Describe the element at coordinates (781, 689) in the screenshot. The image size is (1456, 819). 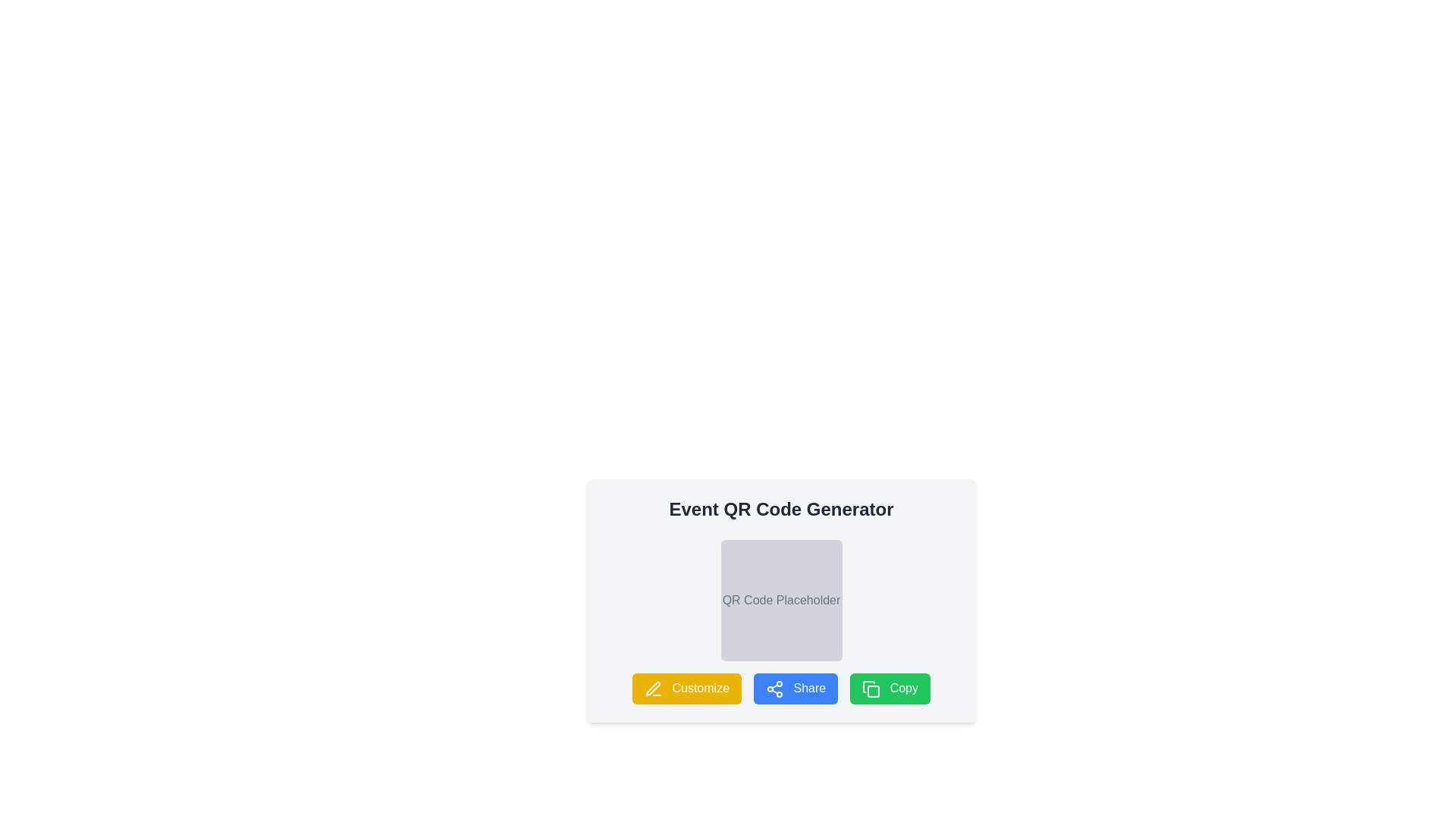
I see `the share button, which is the second button in a row of three, located below the QR code placeholder and between the 'Customize' (yellow) and 'Copy' (green) buttons` at that location.